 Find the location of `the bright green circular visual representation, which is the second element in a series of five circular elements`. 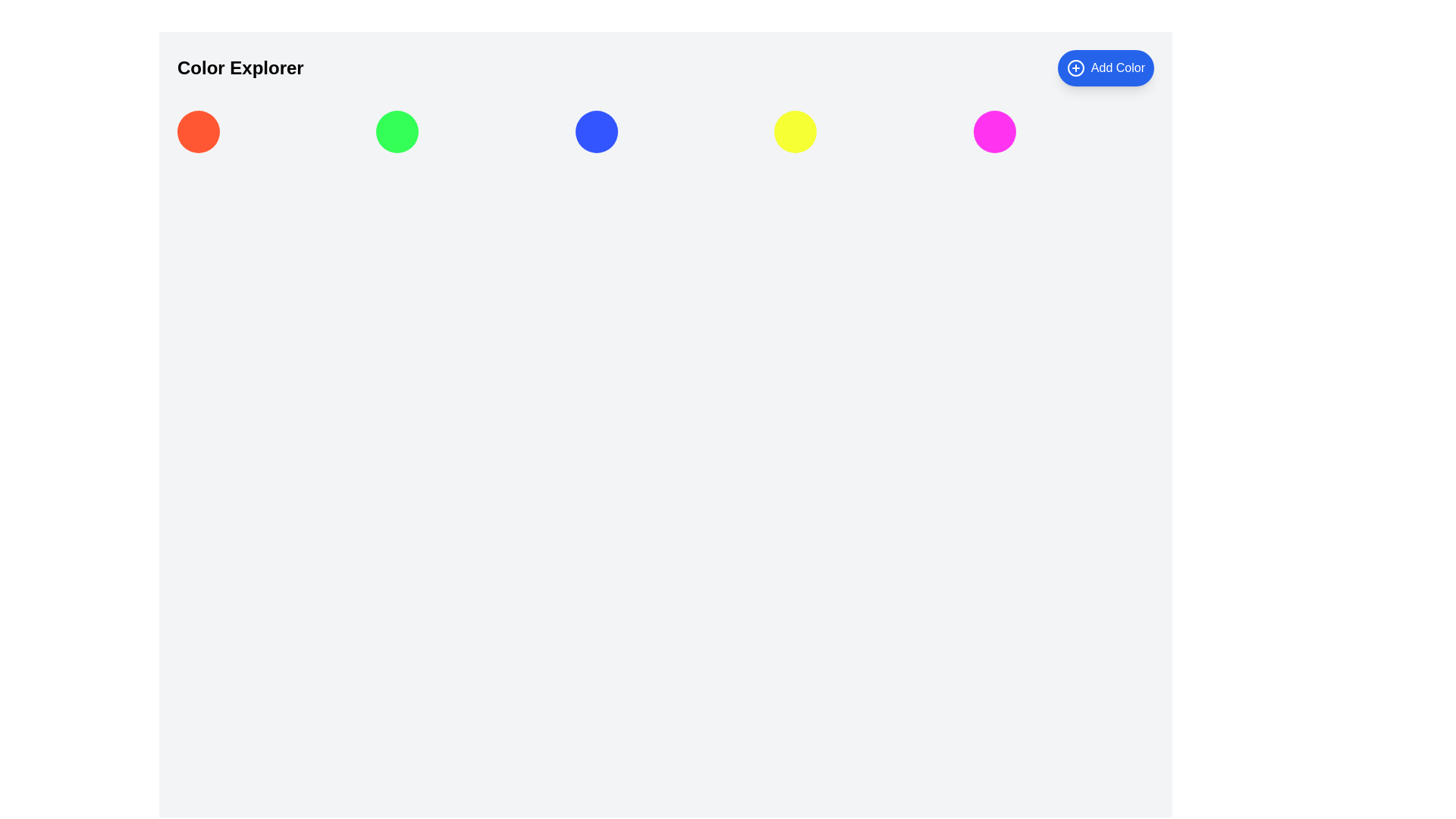

the bright green circular visual representation, which is the second element in a series of five circular elements is located at coordinates (397, 130).